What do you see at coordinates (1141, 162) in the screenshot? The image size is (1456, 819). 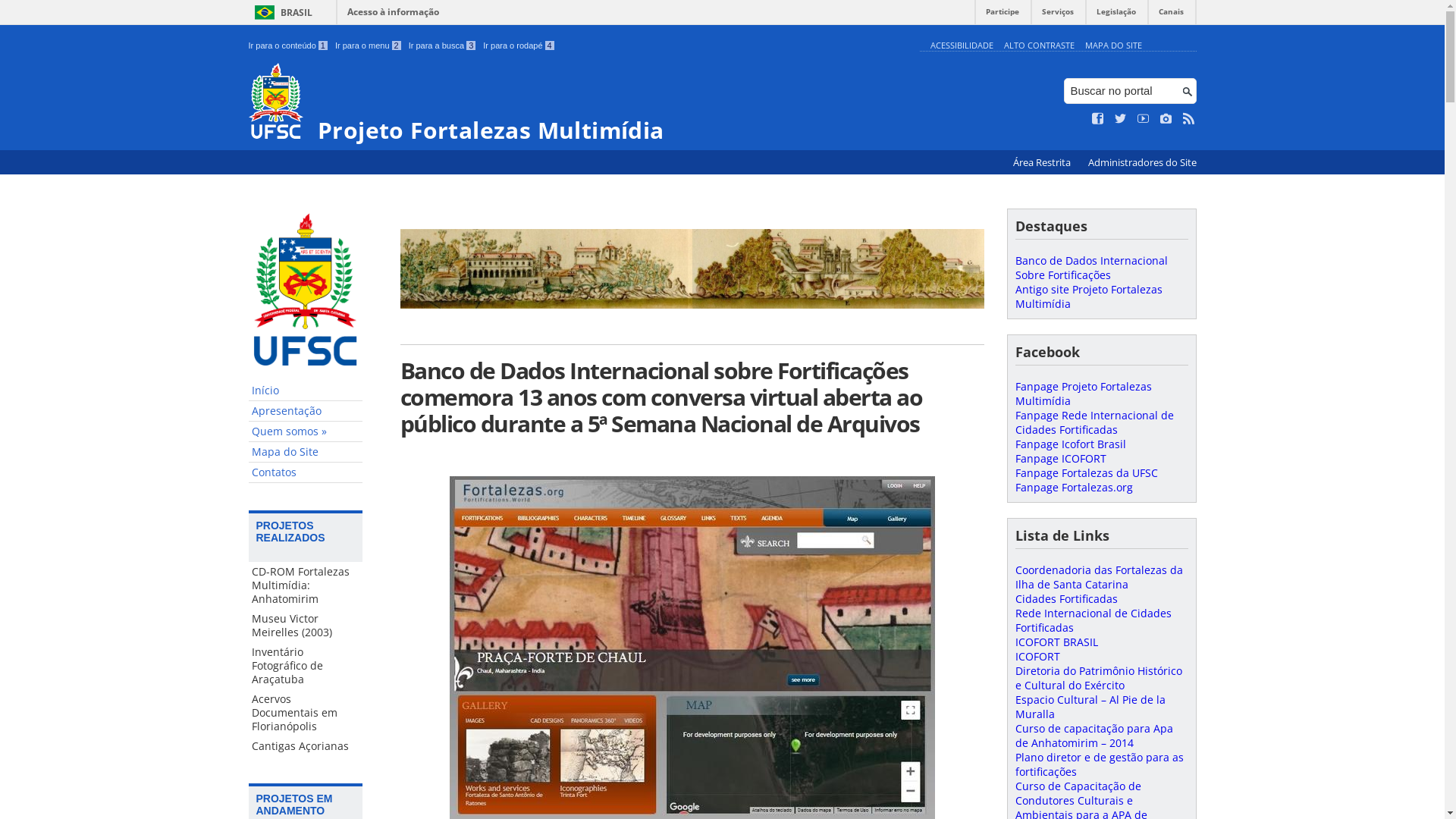 I see `'Administradores do Site'` at bounding box center [1141, 162].